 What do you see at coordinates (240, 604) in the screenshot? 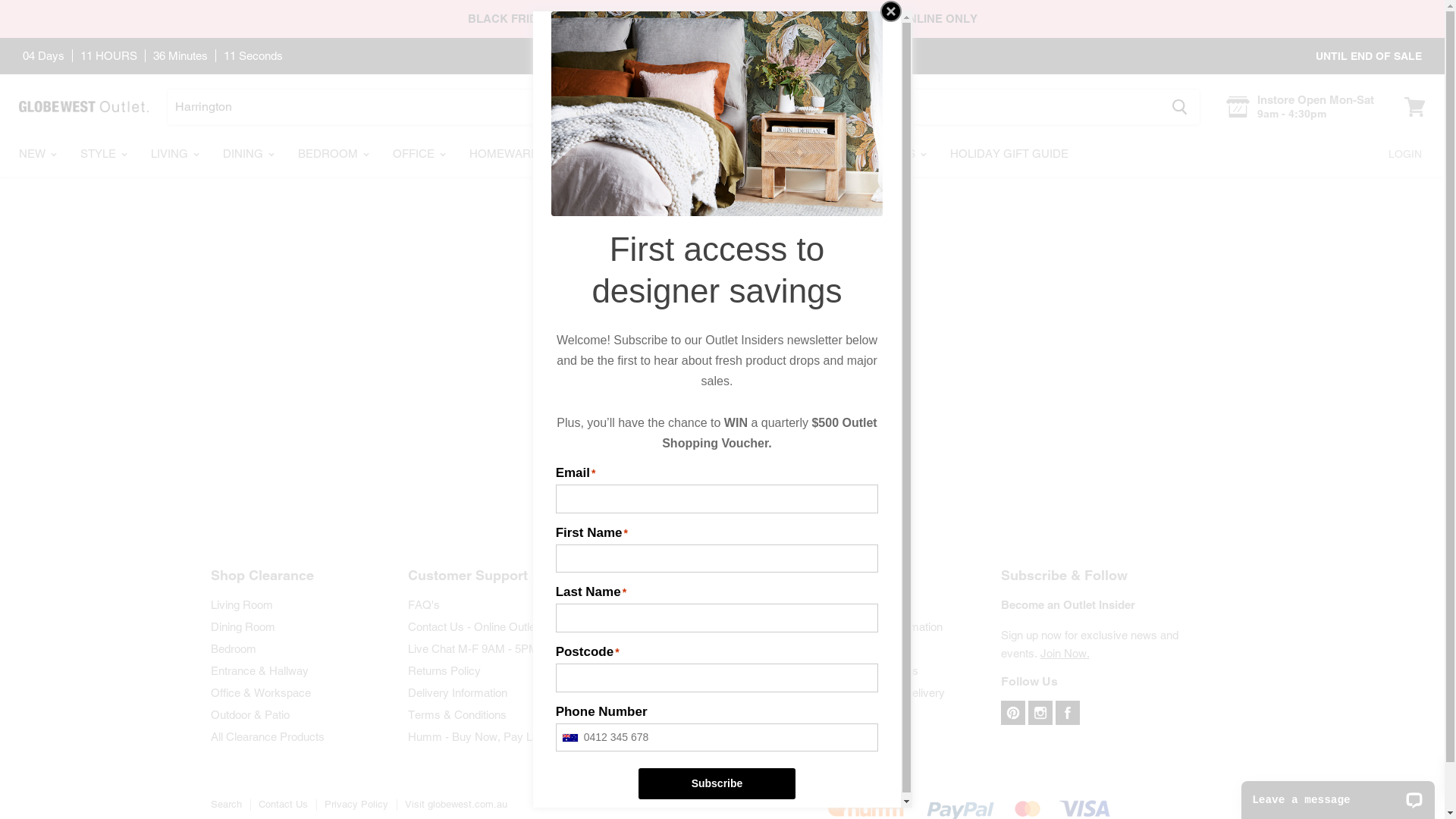
I see `'Living Room'` at bounding box center [240, 604].